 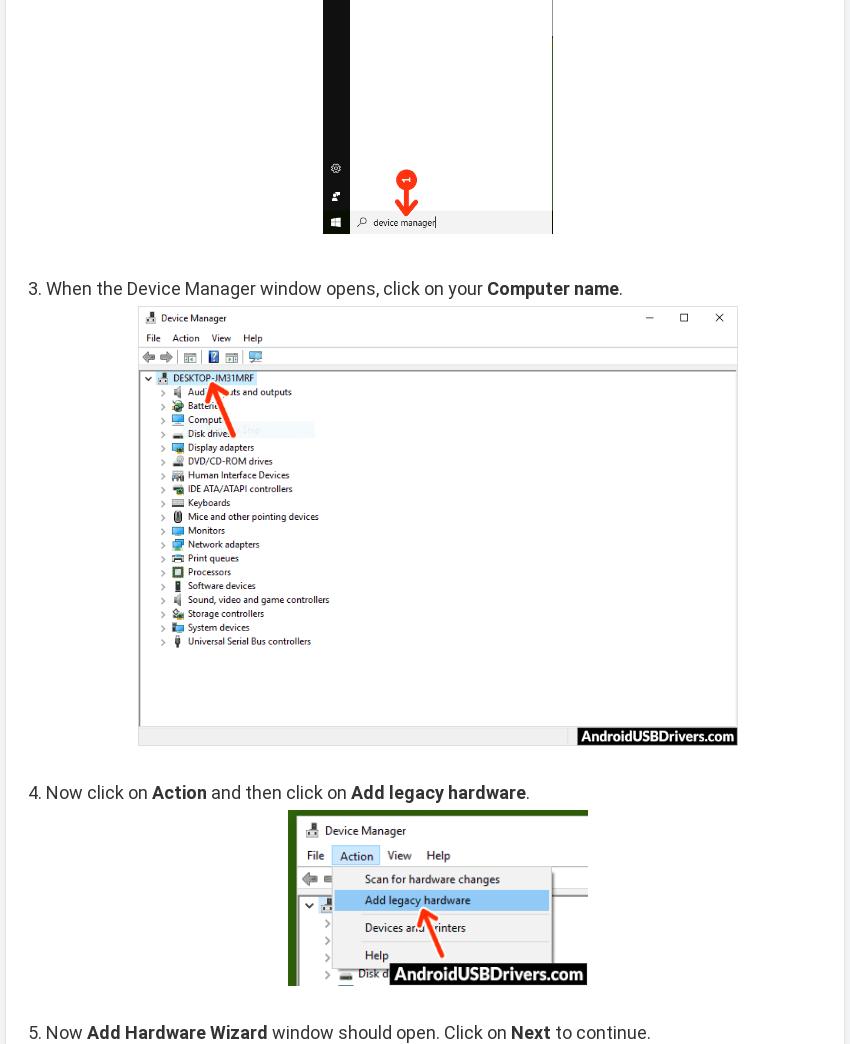 I want to click on 'to continue.', so click(x=600, y=1031).